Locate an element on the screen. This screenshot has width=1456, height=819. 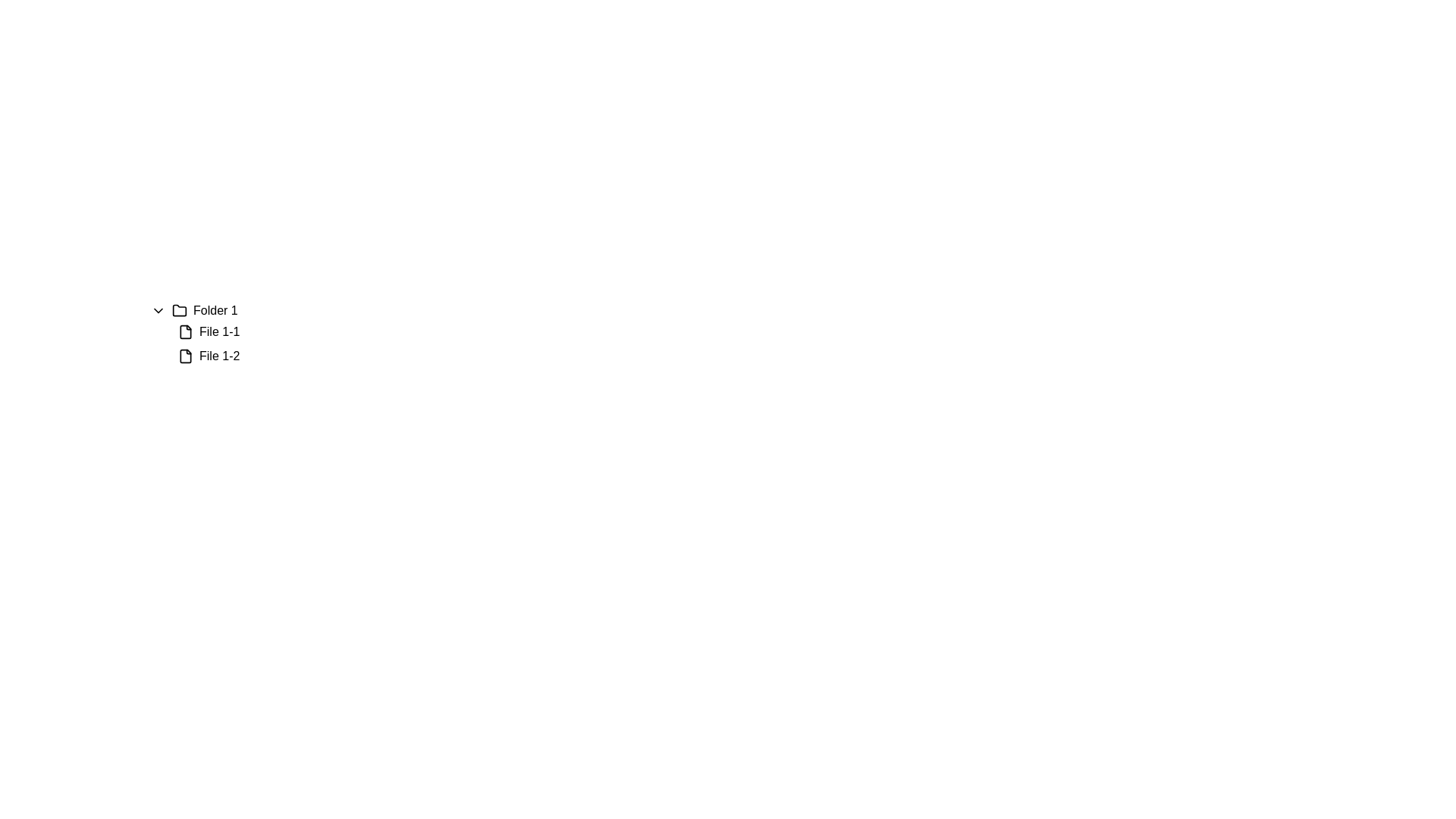
the folder icon located next to the text labeled 'Folder 1' is located at coordinates (179, 309).